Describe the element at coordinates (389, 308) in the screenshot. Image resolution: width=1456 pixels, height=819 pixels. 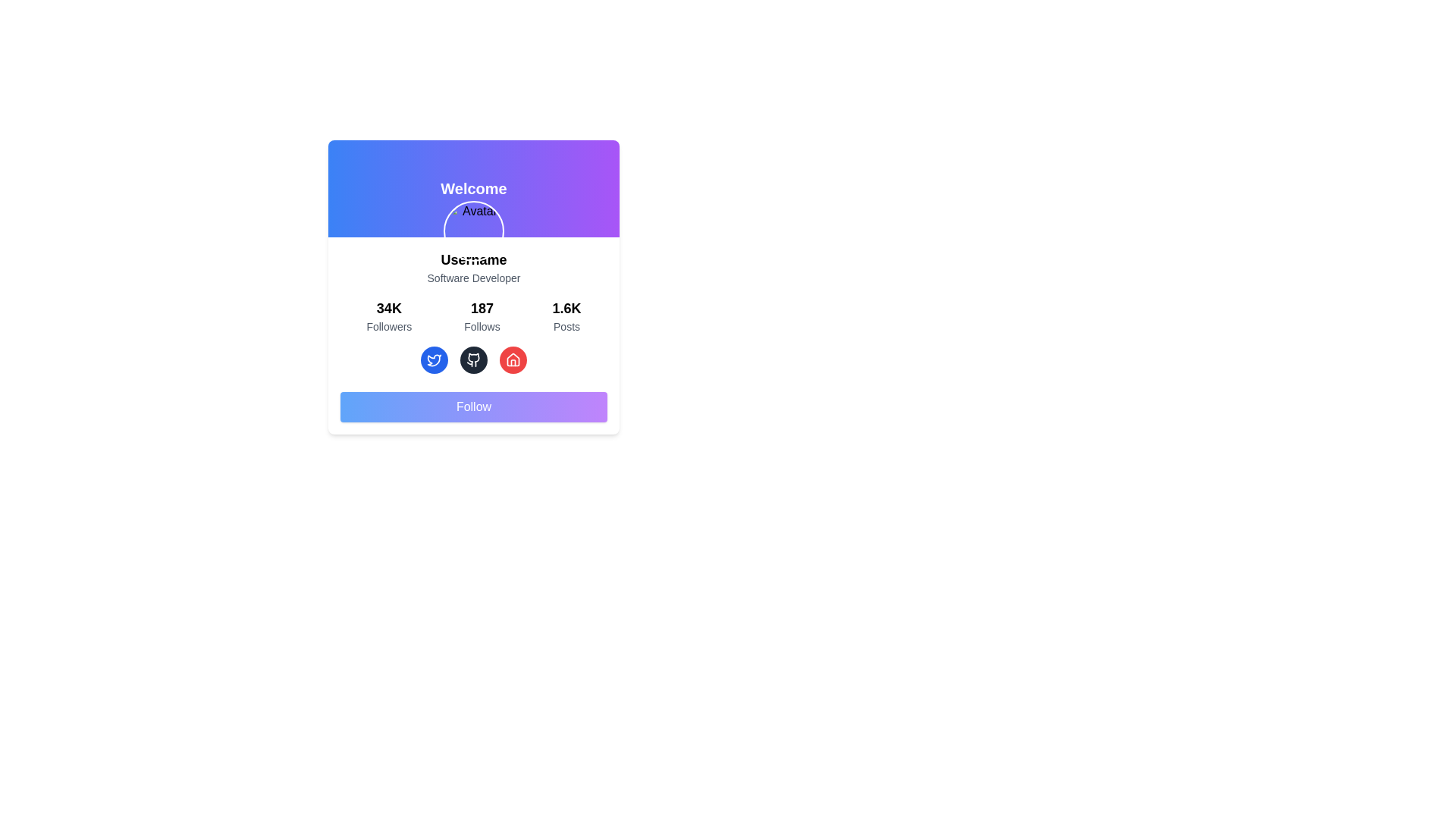
I see `the text label displaying '34K', which is the first numerical value in a row of three, located above 'Followers'` at that location.